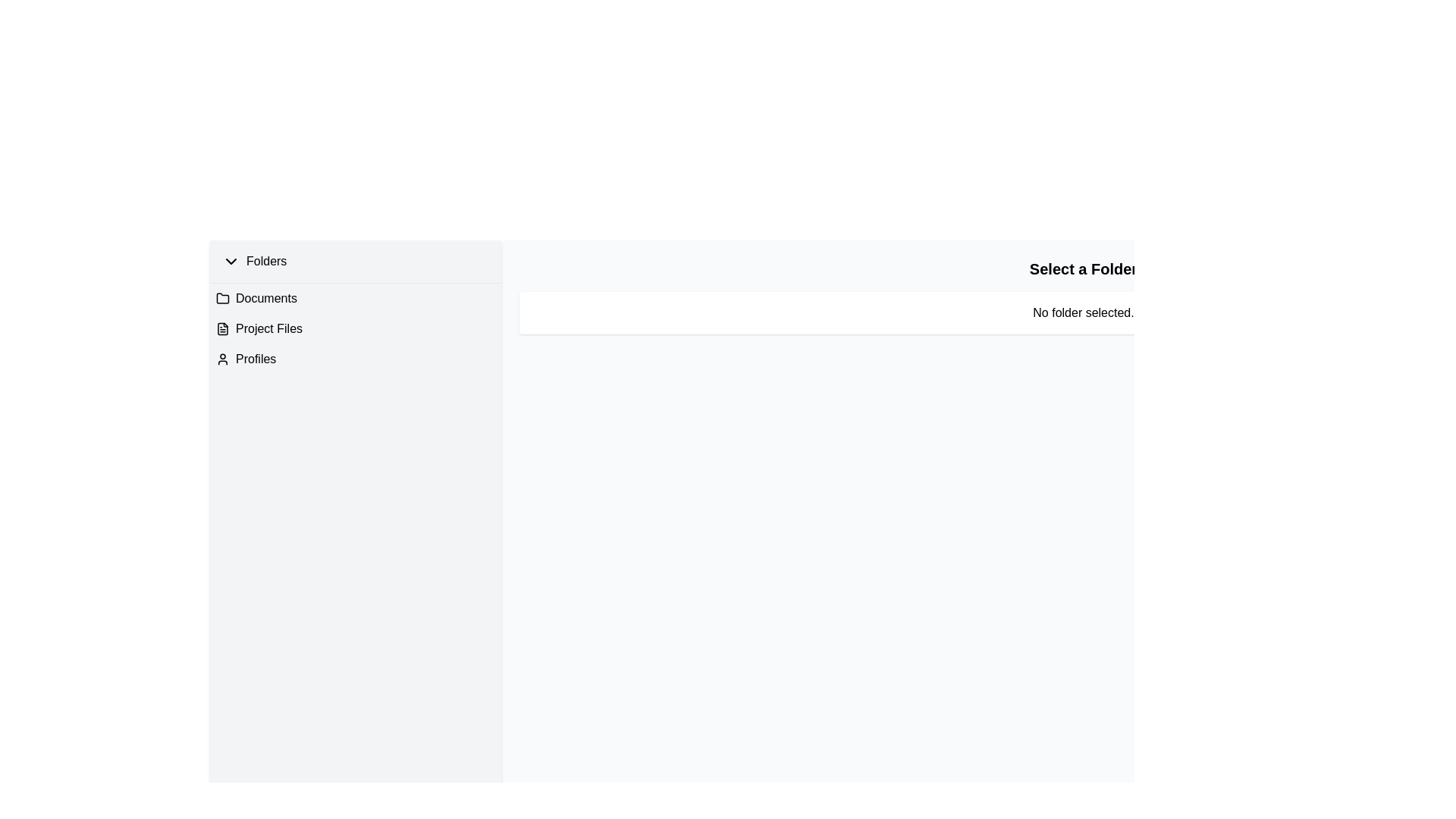 This screenshot has height=819, width=1456. What do you see at coordinates (269, 328) in the screenshot?
I see `the 'Project Files' text label located` at bounding box center [269, 328].